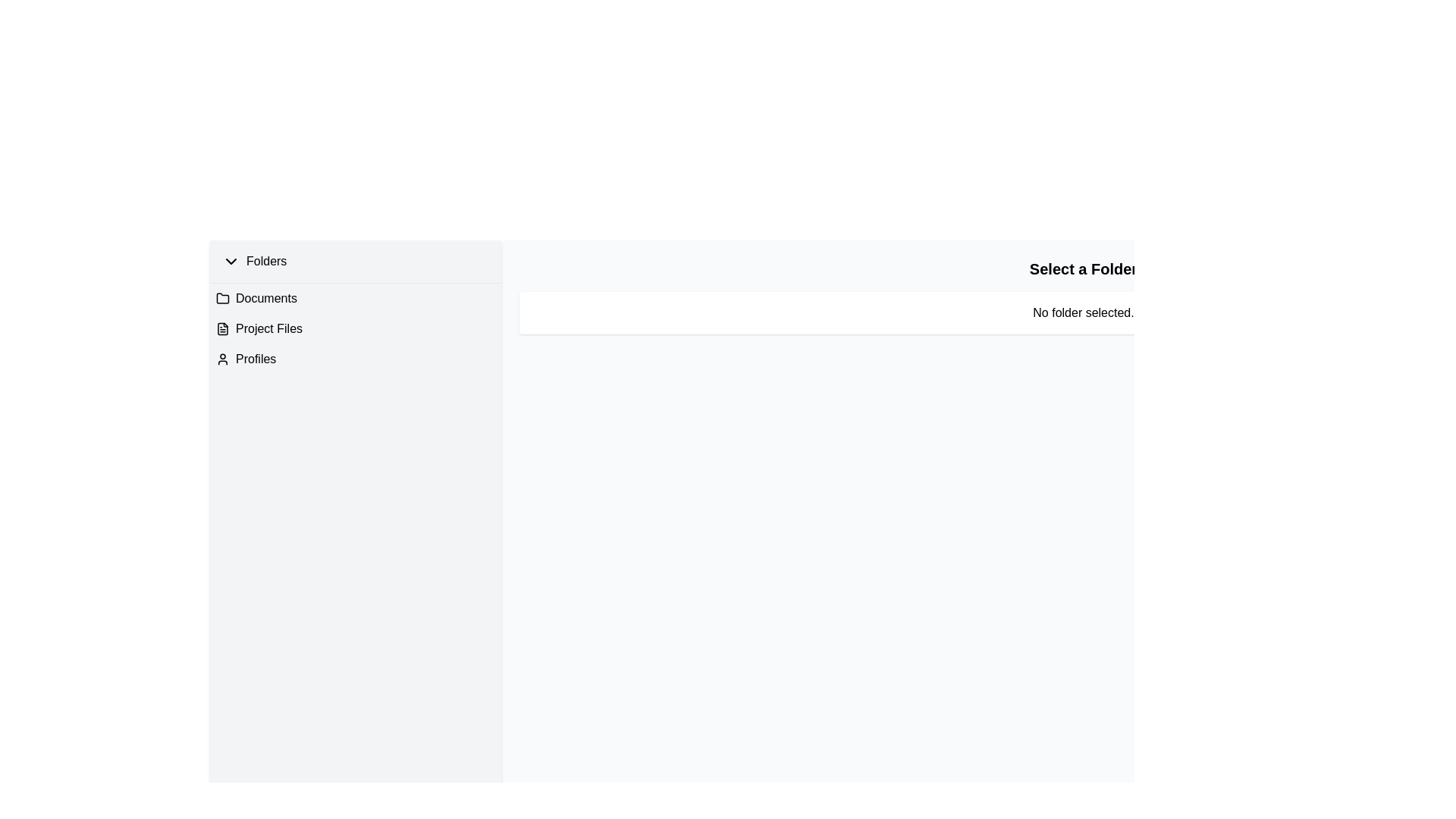 This screenshot has height=819, width=1456. What do you see at coordinates (269, 328) in the screenshot?
I see `the 'Project Files' text label located` at bounding box center [269, 328].